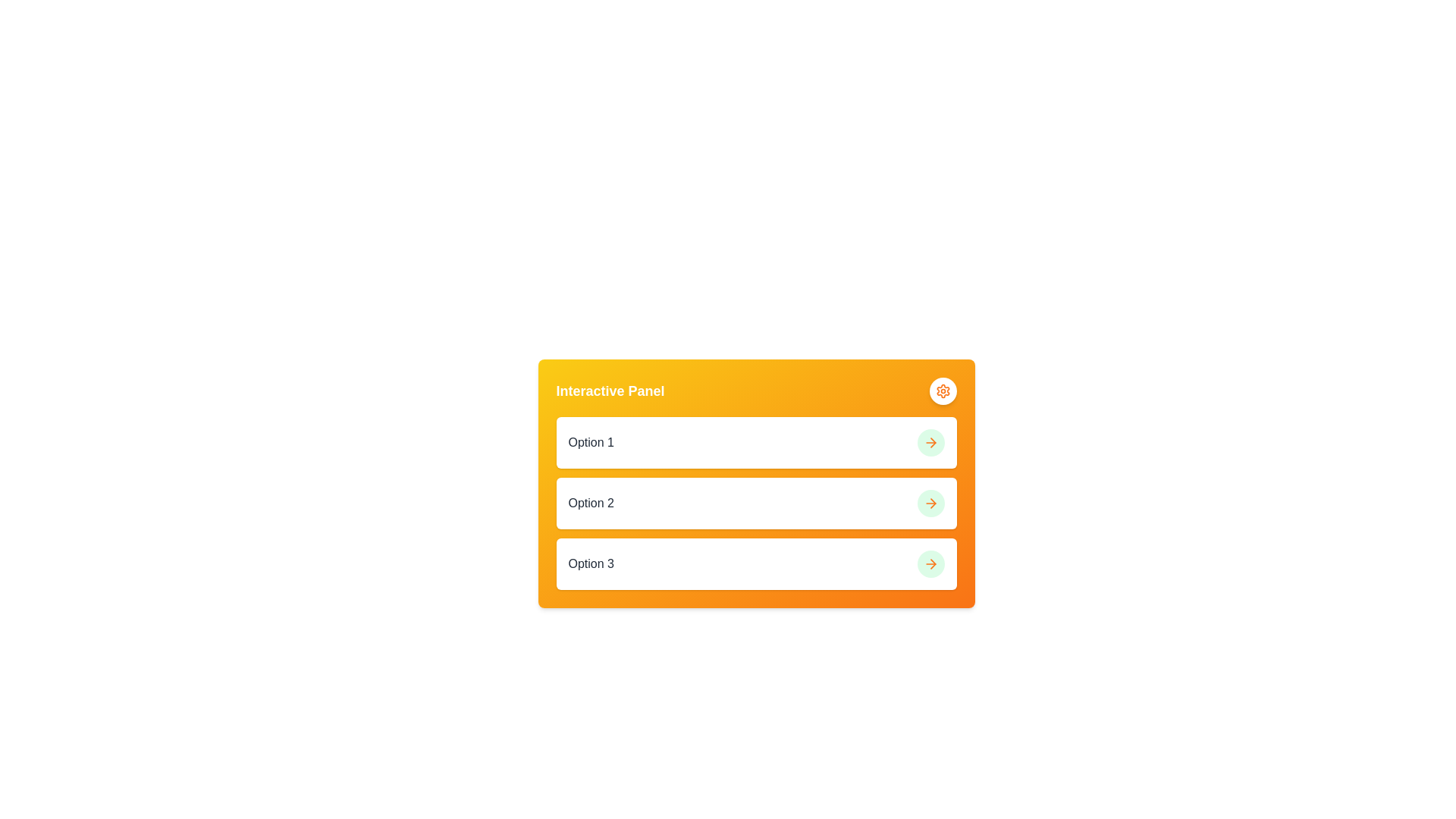  I want to click on the rightward arrow icon button, which is the third icon from the top in a vertical list, located in a light green circular background, so click(930, 564).